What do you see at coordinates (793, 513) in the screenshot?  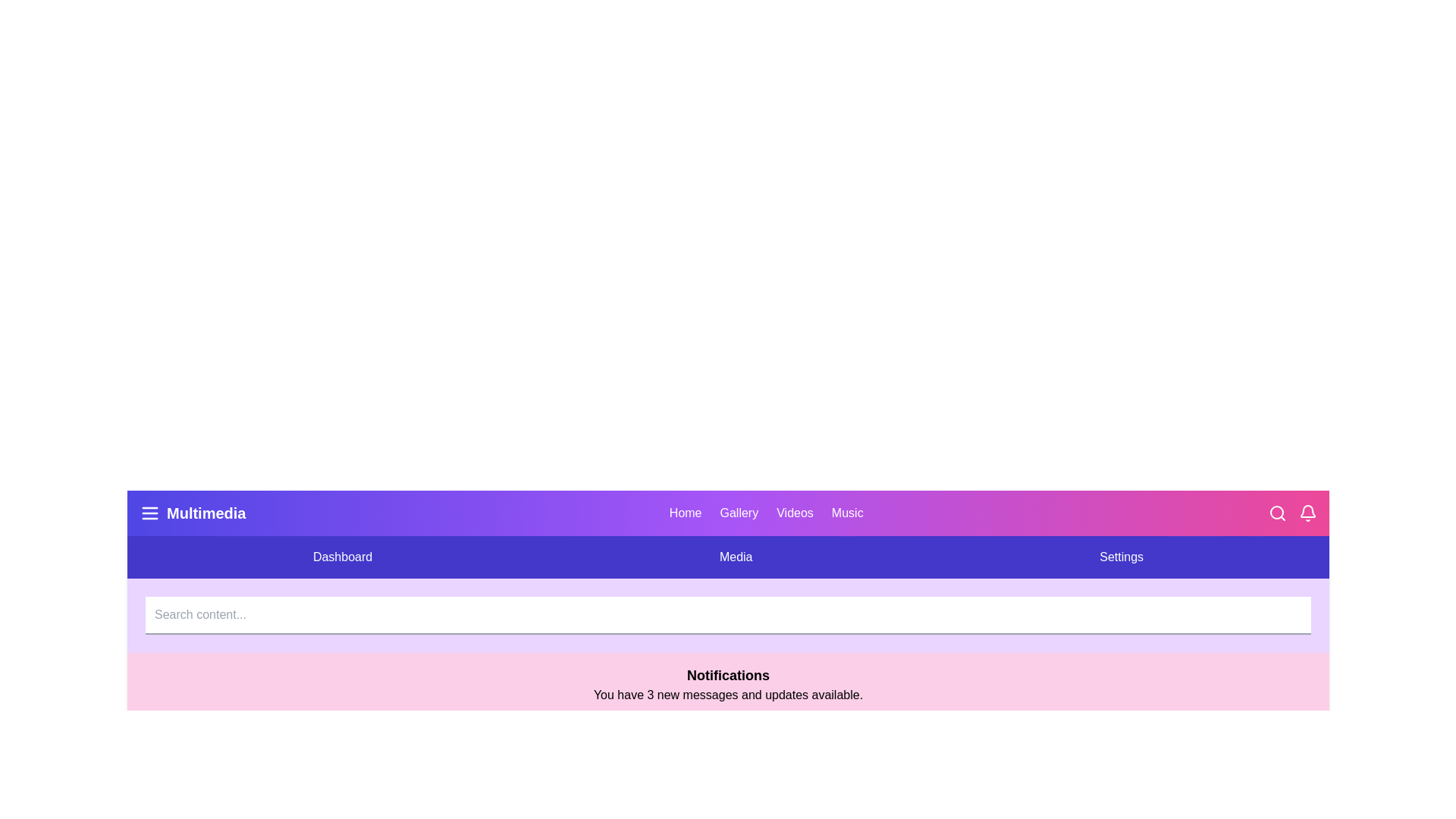 I see `the section labeled Videos in the navigation bar` at bounding box center [793, 513].